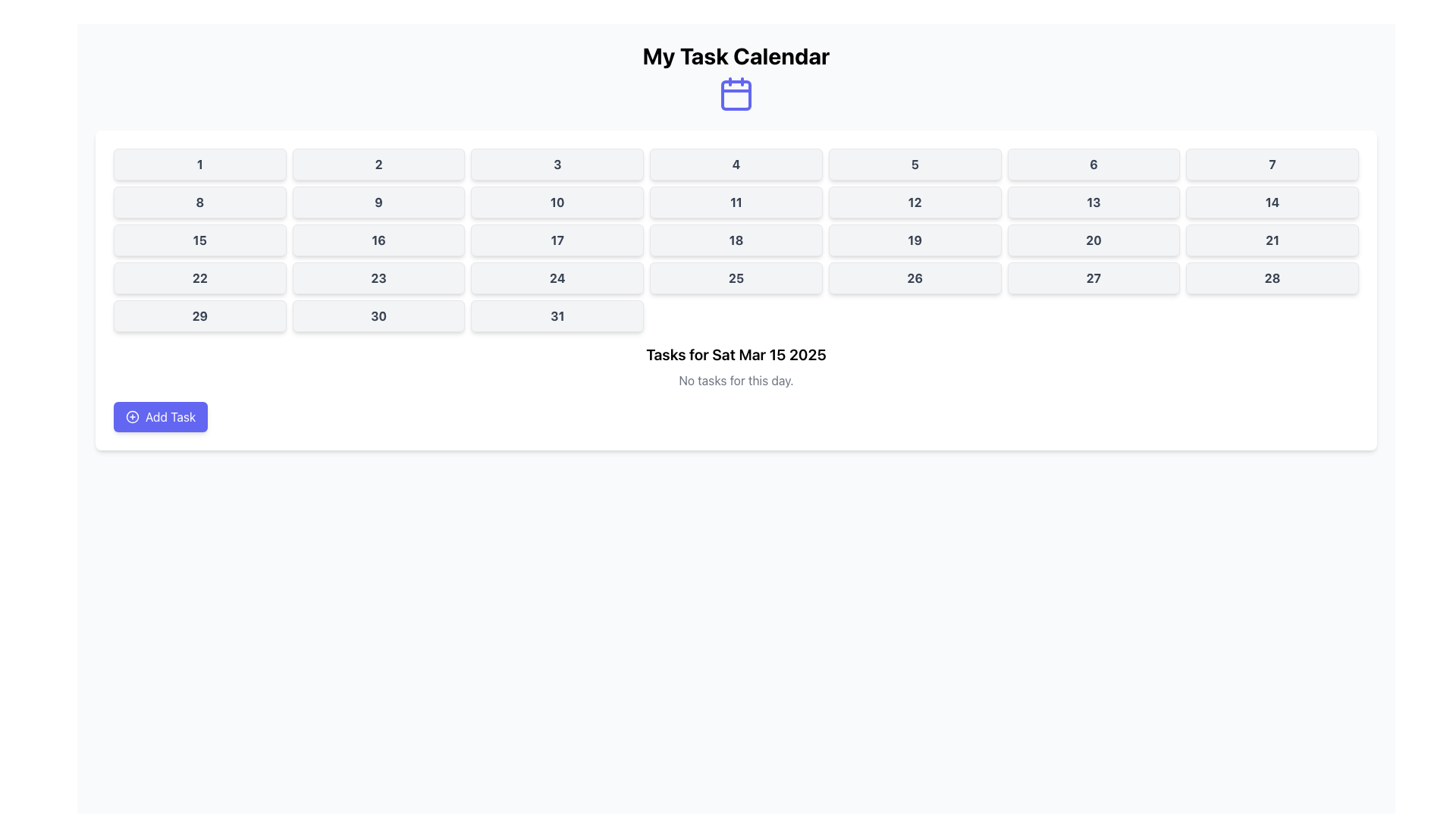  What do you see at coordinates (378, 164) in the screenshot?
I see `the rectangular button with a light gray background displaying the bold black number '2' to trigger hover styles` at bounding box center [378, 164].